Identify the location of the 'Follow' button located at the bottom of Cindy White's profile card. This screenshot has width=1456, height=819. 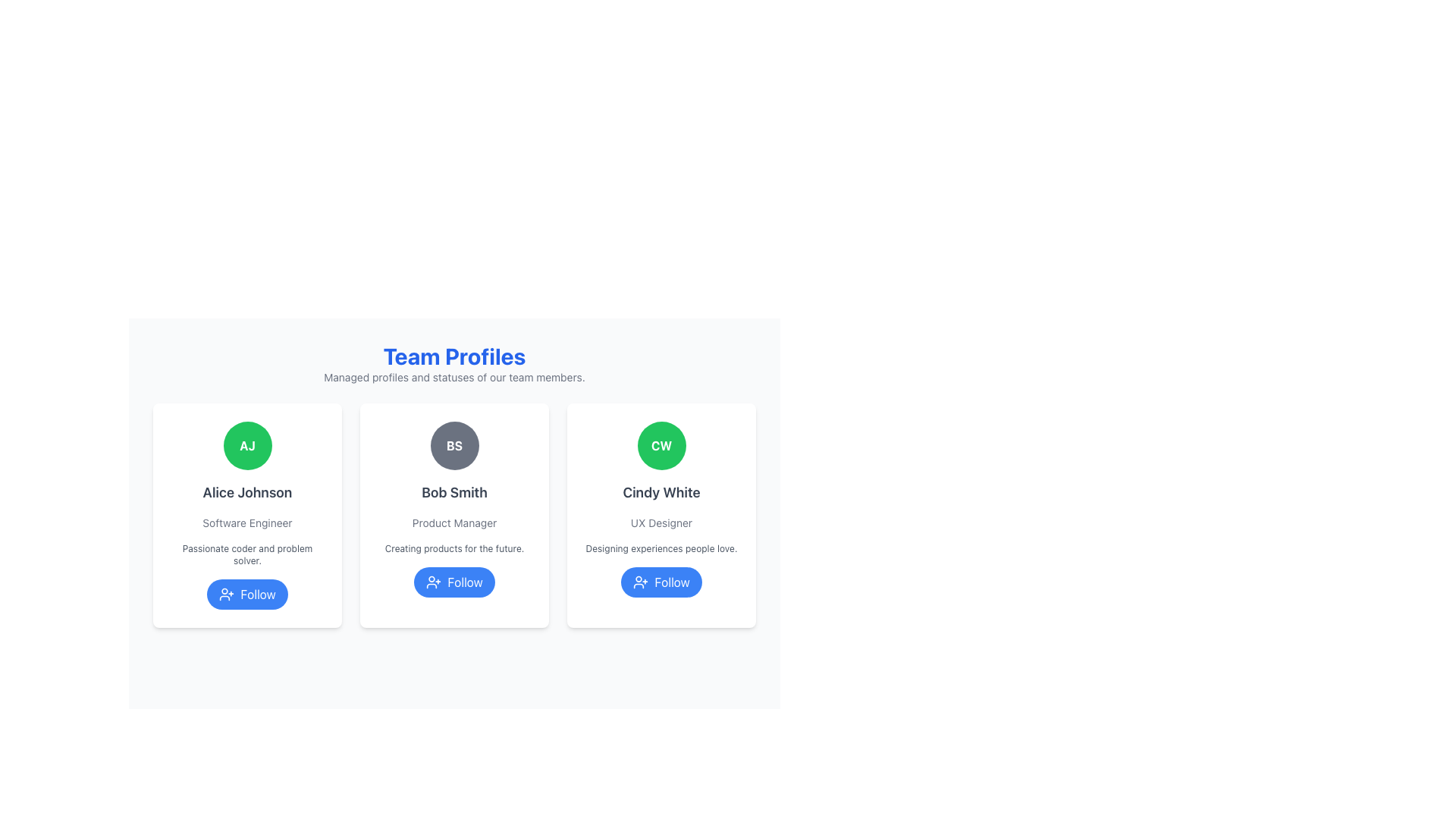
(661, 581).